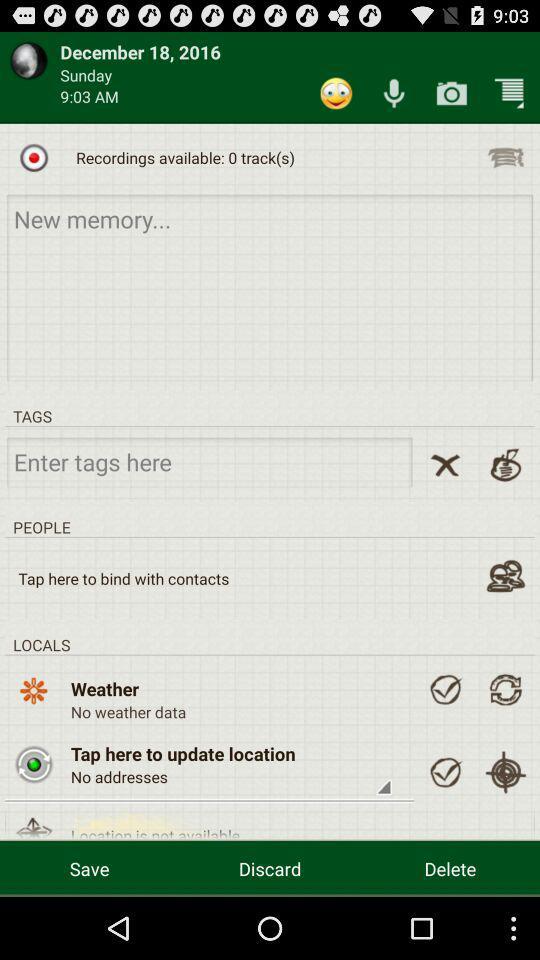 This screenshot has width=540, height=960. Describe the element at coordinates (504, 737) in the screenshot. I see `the refresh icon` at that location.